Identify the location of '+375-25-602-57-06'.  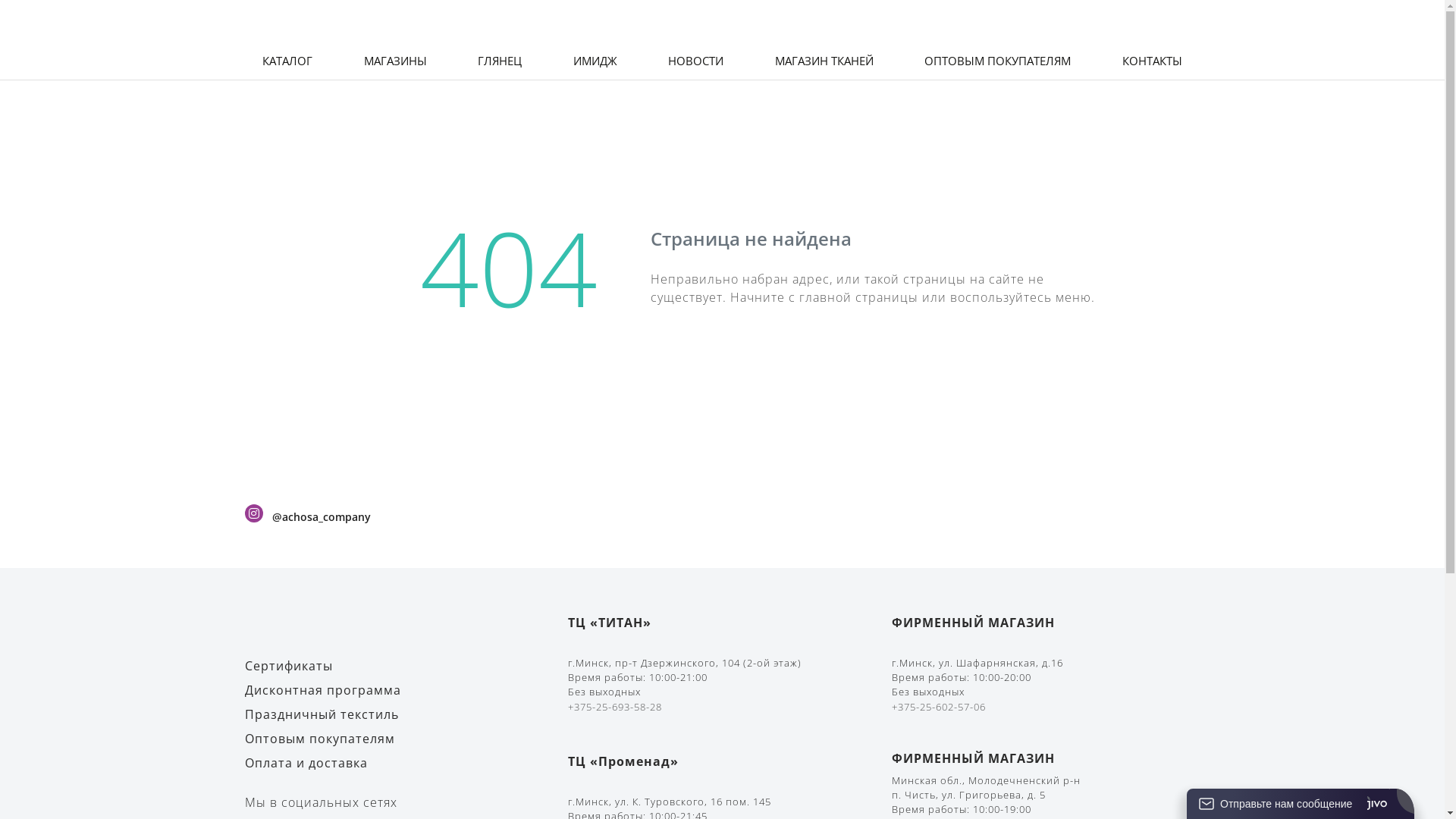
(938, 707).